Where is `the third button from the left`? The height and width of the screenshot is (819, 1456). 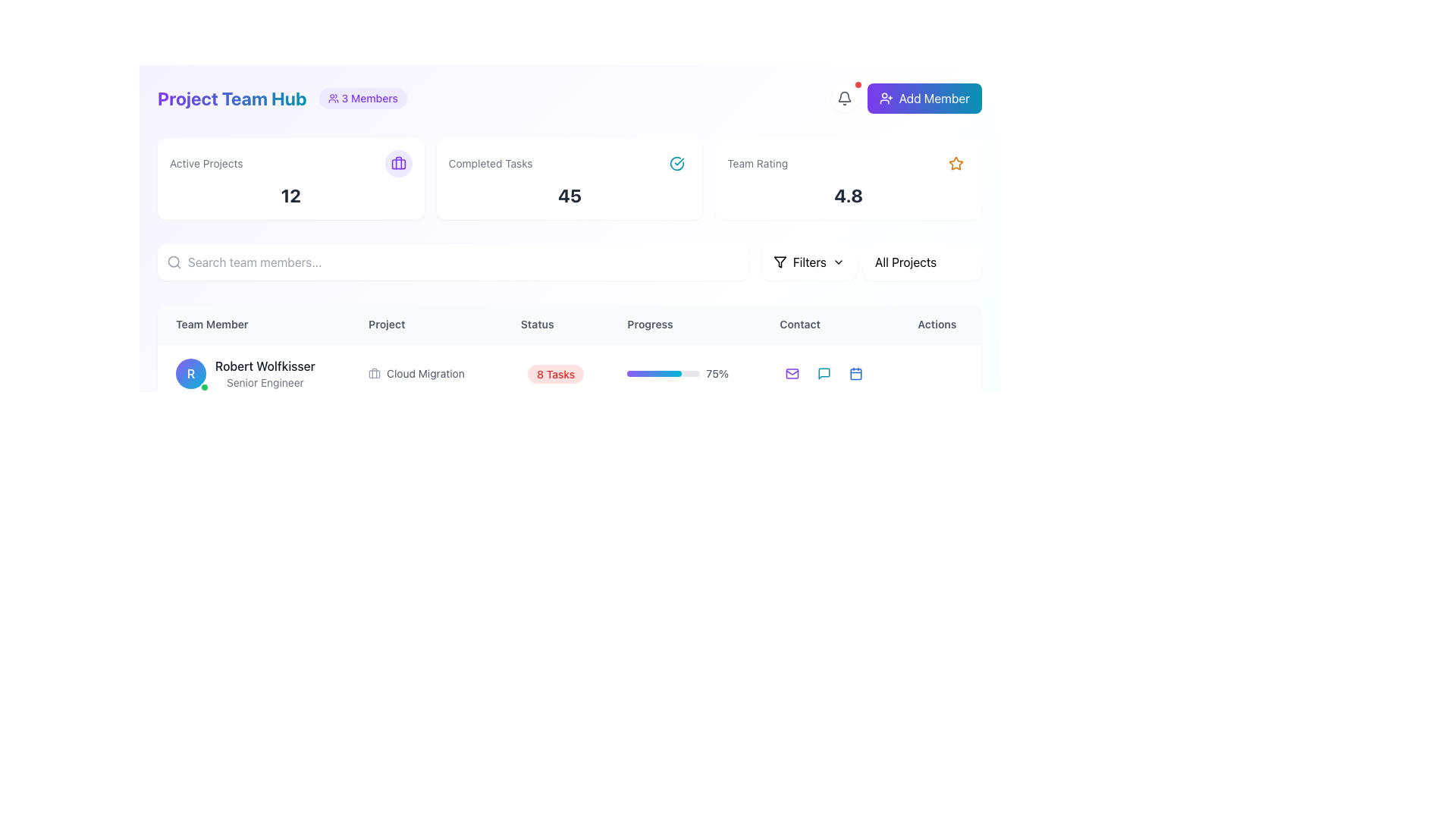
the third button from the left is located at coordinates (856, 488).